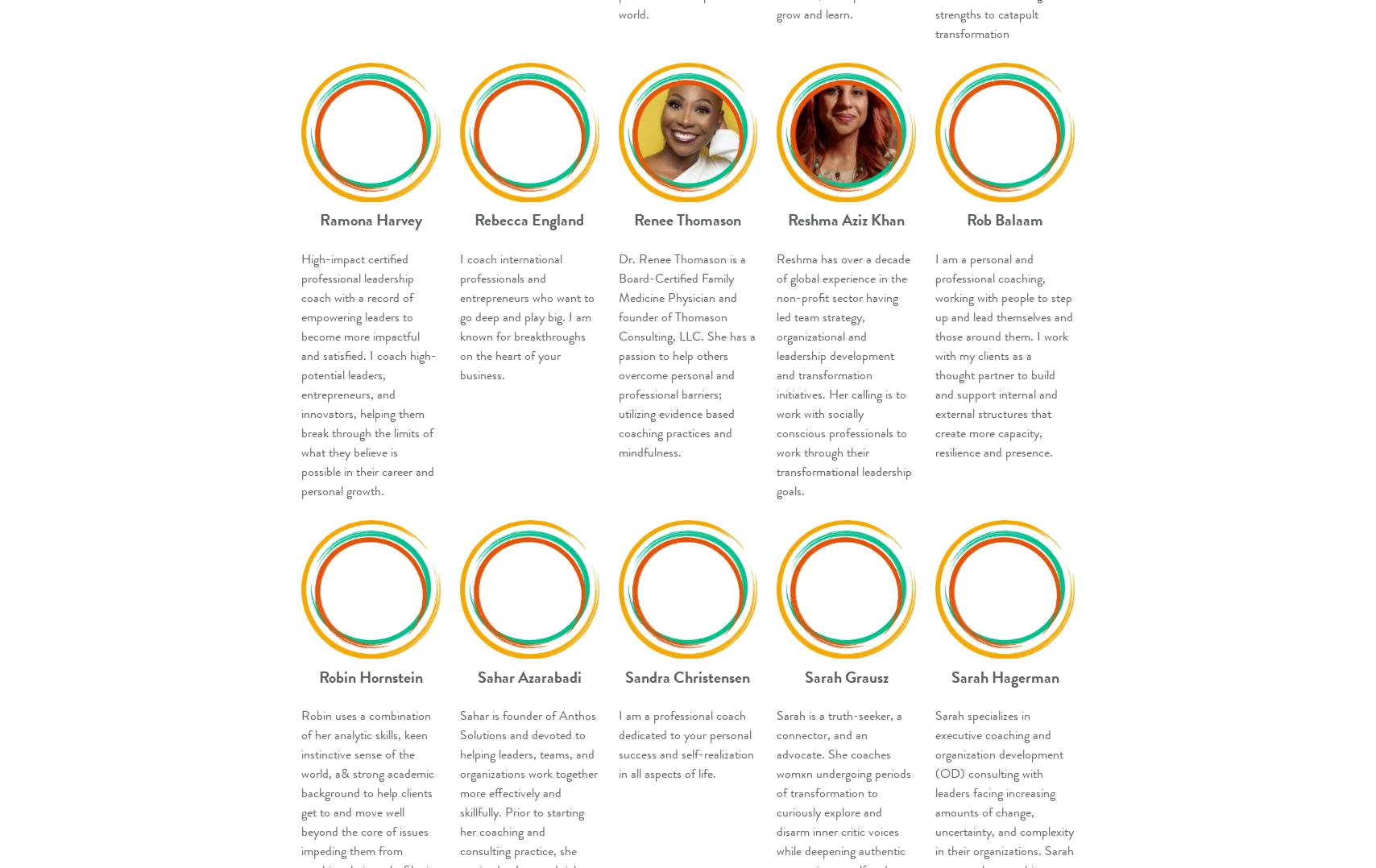 Image resolution: width=1376 pixels, height=868 pixels. I want to click on 'Sandra Christensen', so click(687, 676).